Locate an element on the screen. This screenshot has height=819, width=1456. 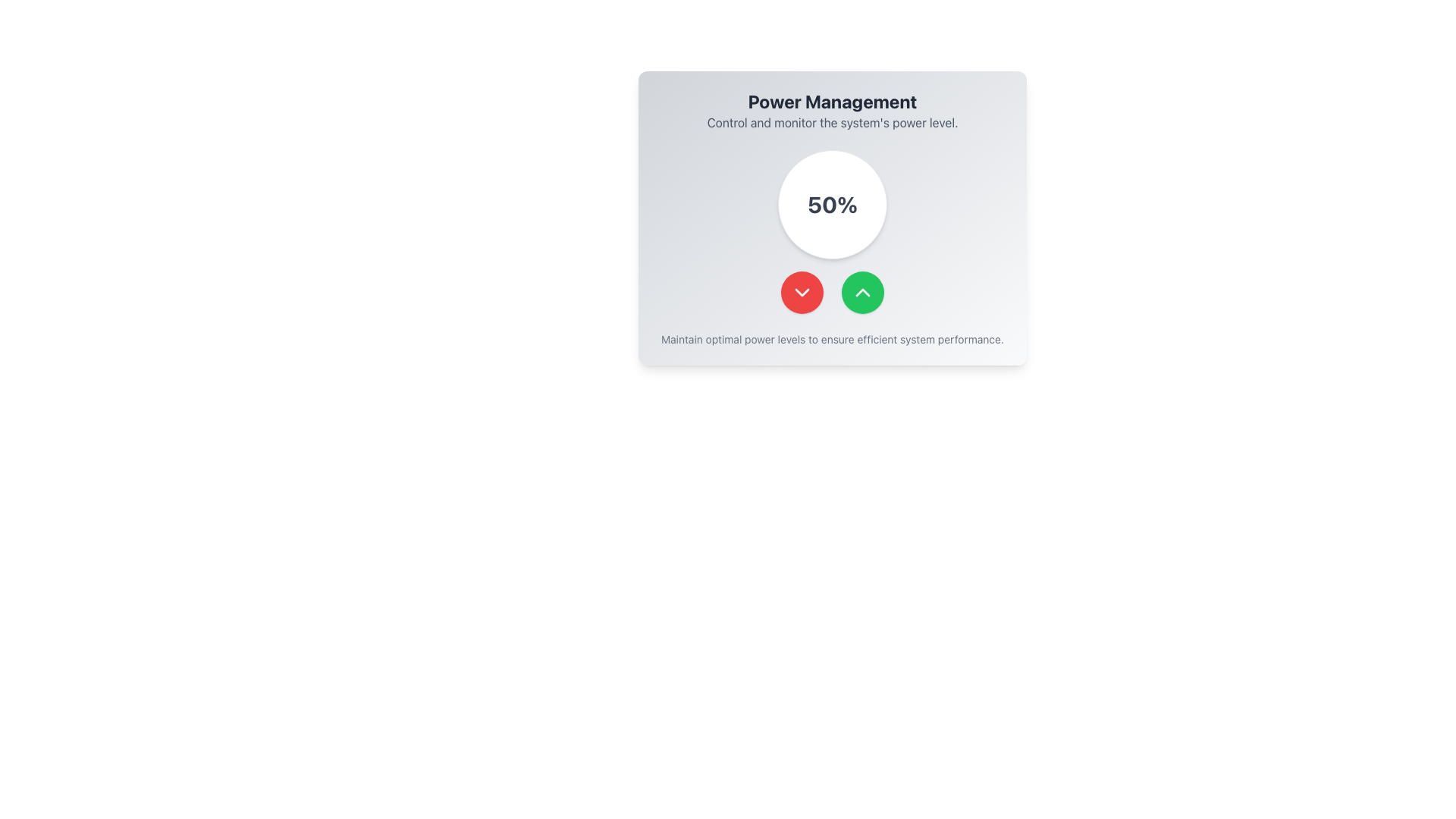
the static informational display that represents a 50% power level value, which is centrally positioned at the top of a column layout in the power management interface is located at coordinates (832, 205).